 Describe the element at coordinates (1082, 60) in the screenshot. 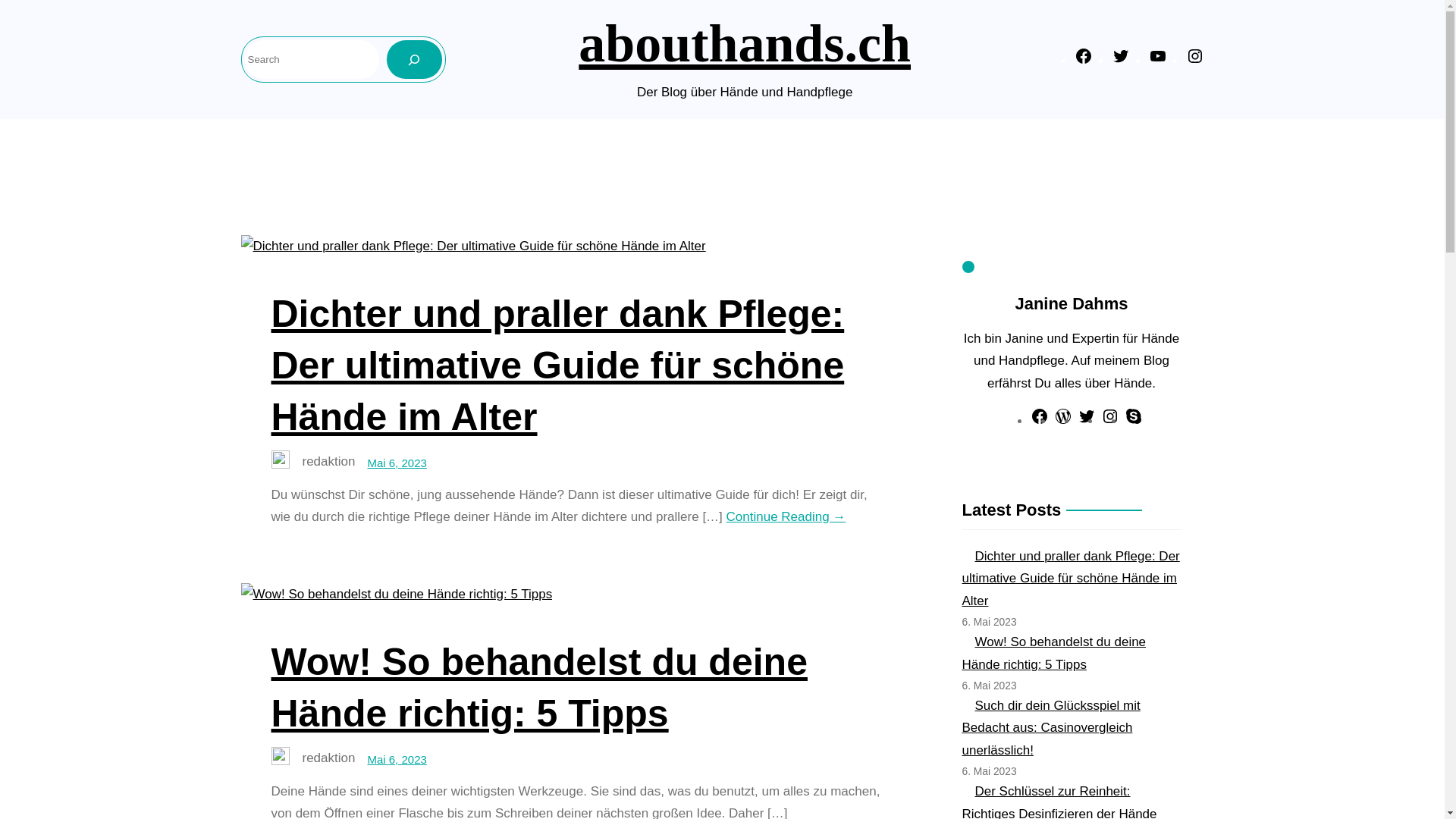

I see `'Facebook'` at that location.